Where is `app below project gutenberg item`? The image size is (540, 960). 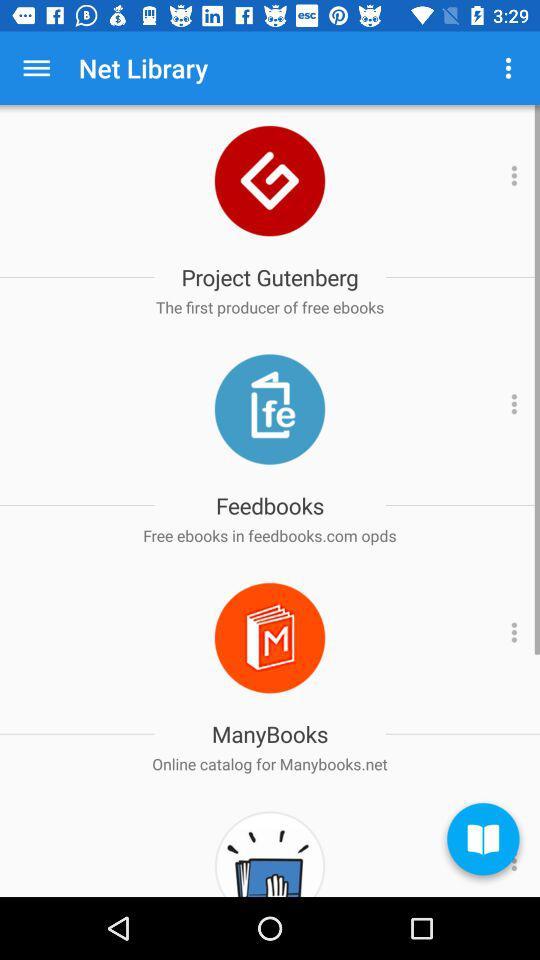
app below project gutenberg item is located at coordinates (270, 307).